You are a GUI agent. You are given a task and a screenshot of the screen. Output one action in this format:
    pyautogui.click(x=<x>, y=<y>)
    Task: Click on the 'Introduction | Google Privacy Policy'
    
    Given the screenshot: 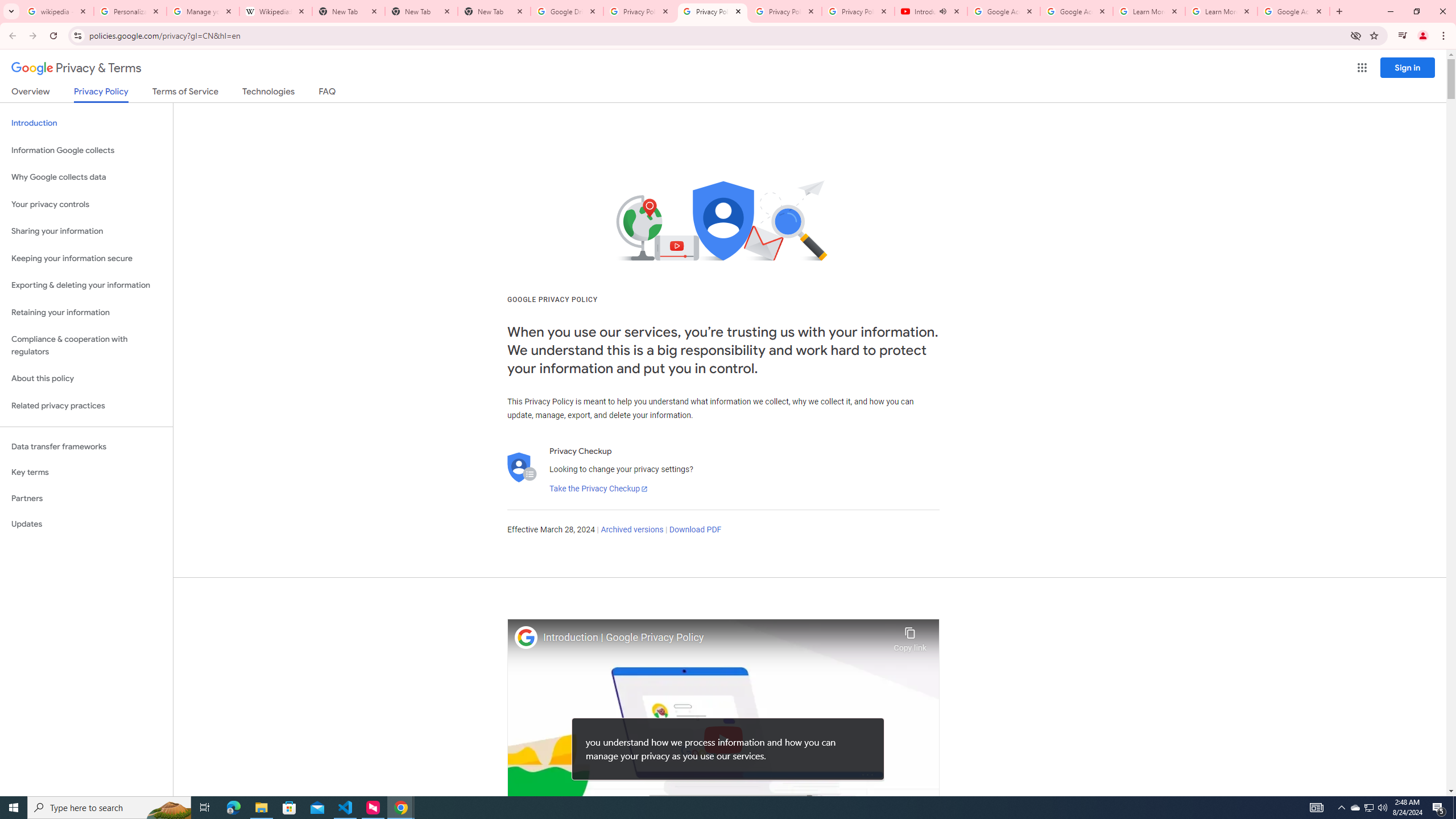 What is the action you would take?
    pyautogui.click(x=715, y=638)
    